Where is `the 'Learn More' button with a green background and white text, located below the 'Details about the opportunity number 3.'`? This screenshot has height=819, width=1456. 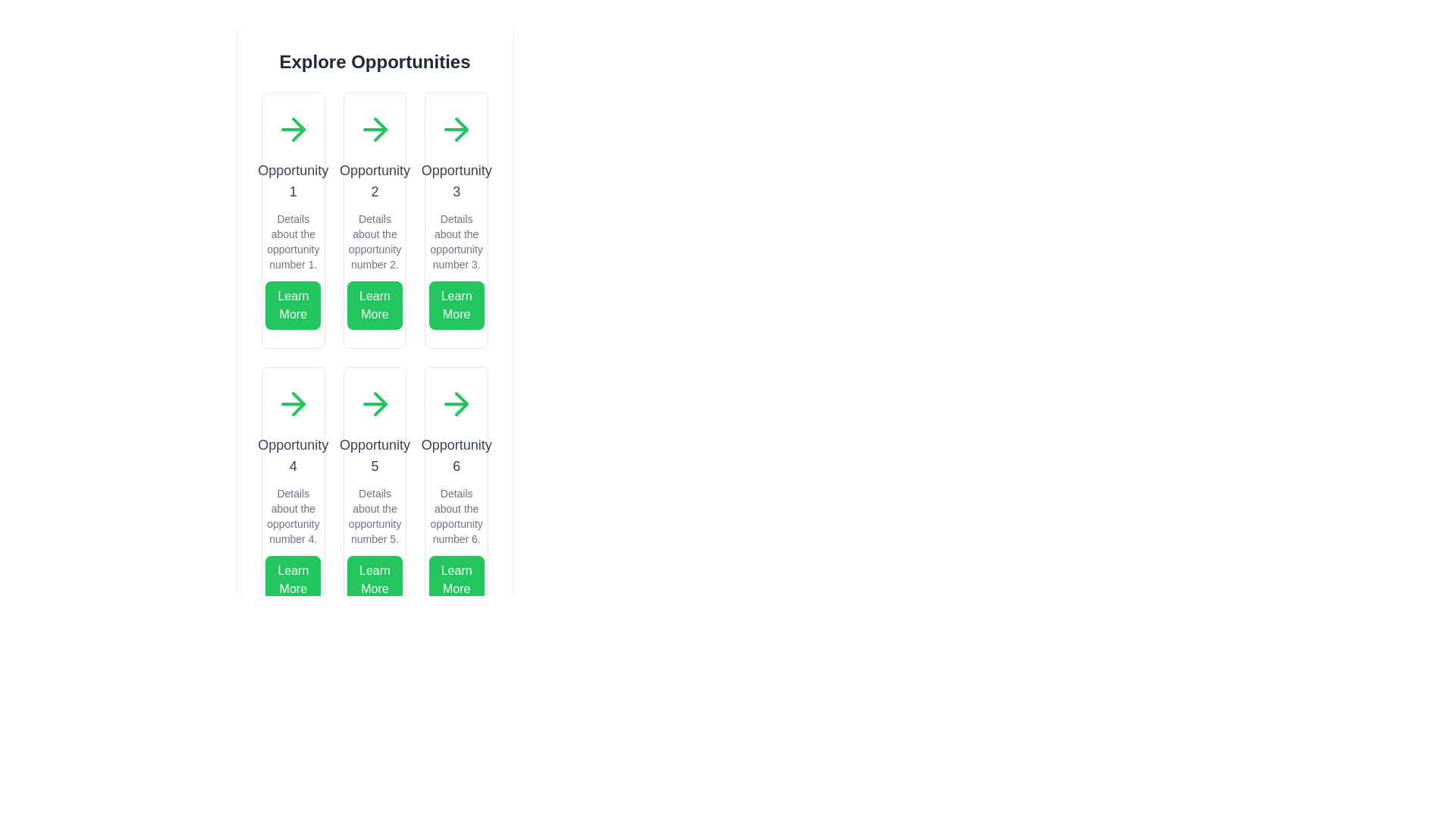
the 'Learn More' button with a green background and white text, located below the 'Details about the opportunity number 3.' is located at coordinates (455, 305).